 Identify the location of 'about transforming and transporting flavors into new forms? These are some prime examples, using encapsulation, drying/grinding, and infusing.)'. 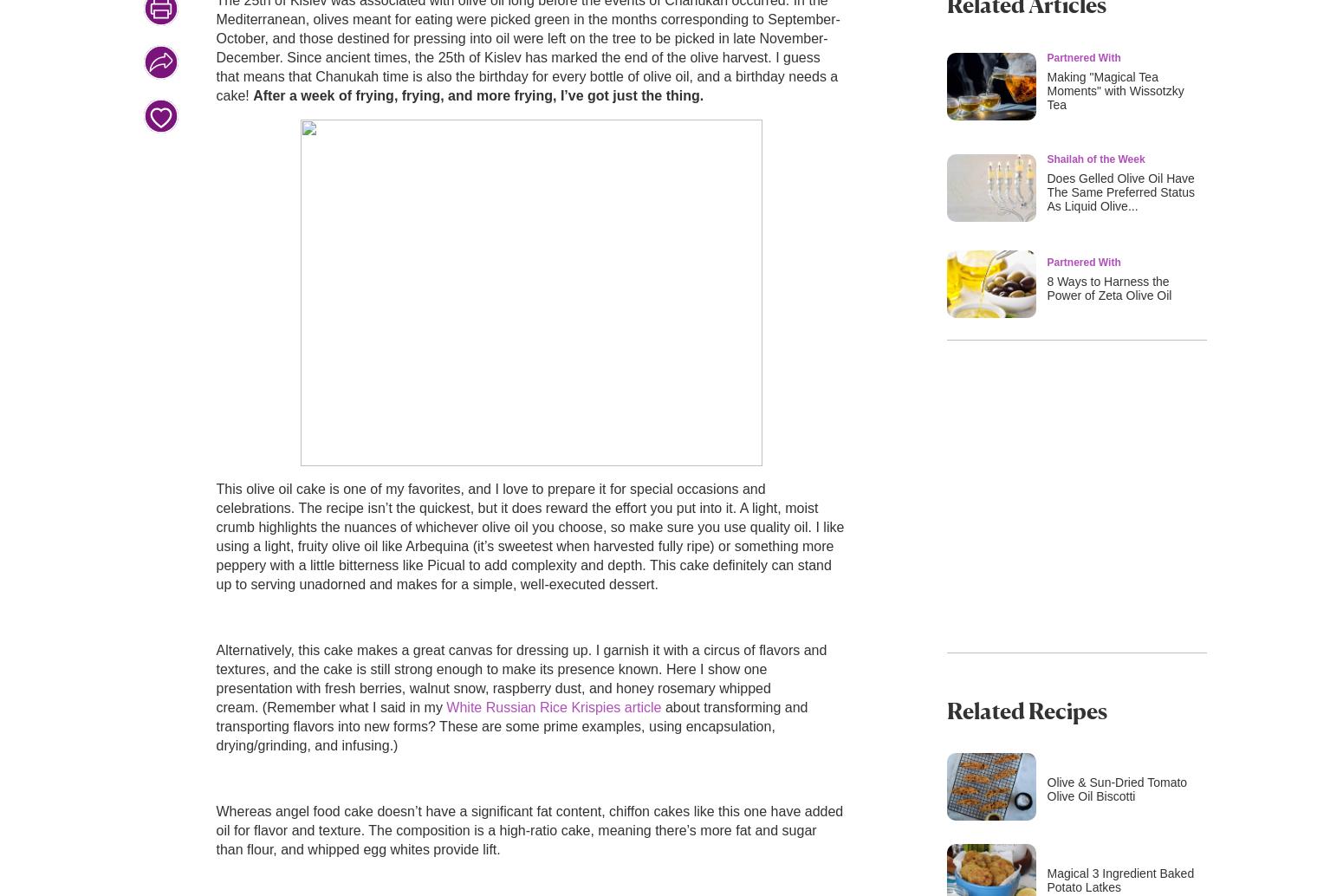
(511, 725).